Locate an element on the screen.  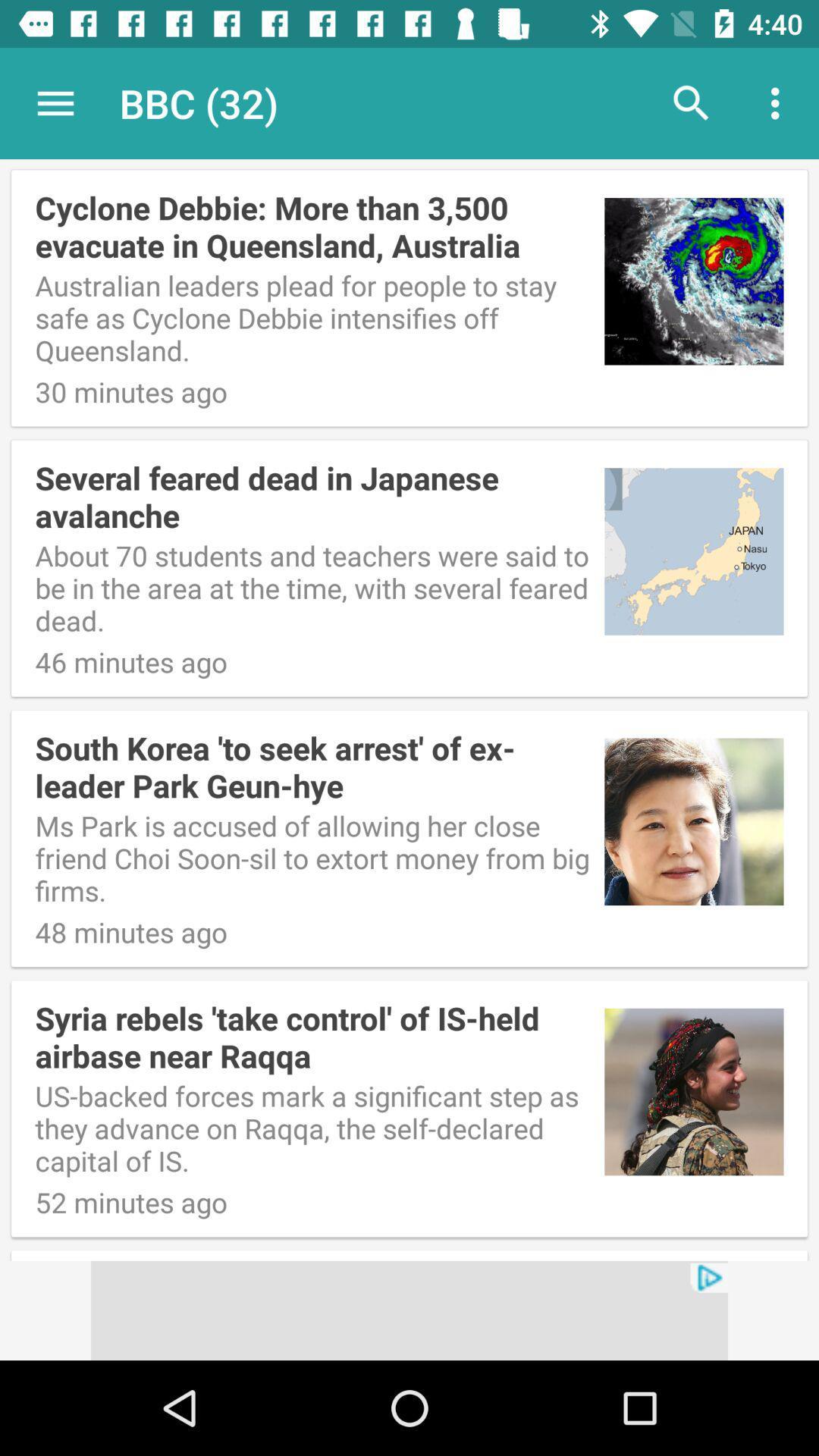
item above cyclone debbie more icon is located at coordinates (409, 105).